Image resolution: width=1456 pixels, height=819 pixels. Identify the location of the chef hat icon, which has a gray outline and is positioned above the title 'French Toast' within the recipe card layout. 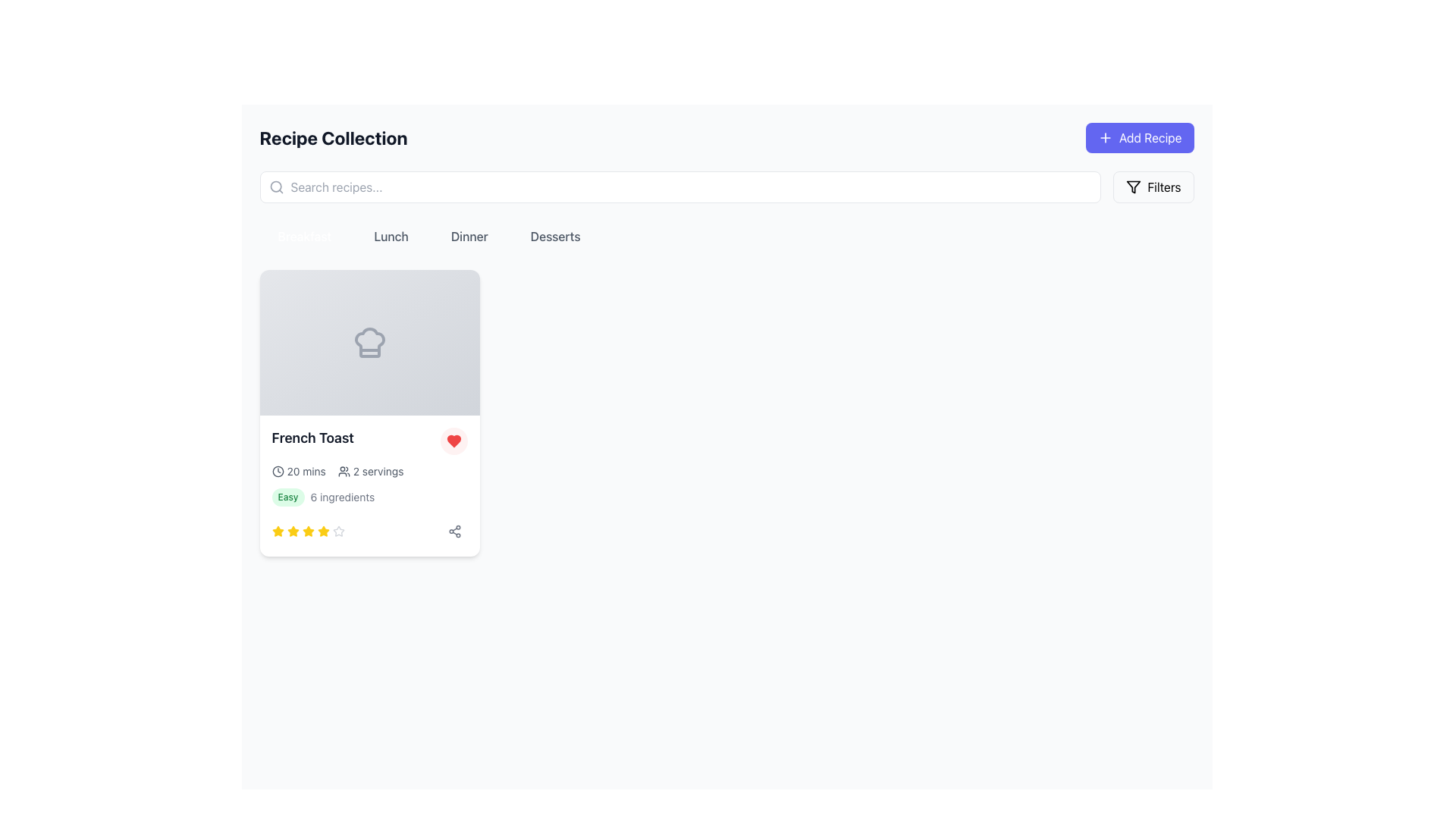
(369, 342).